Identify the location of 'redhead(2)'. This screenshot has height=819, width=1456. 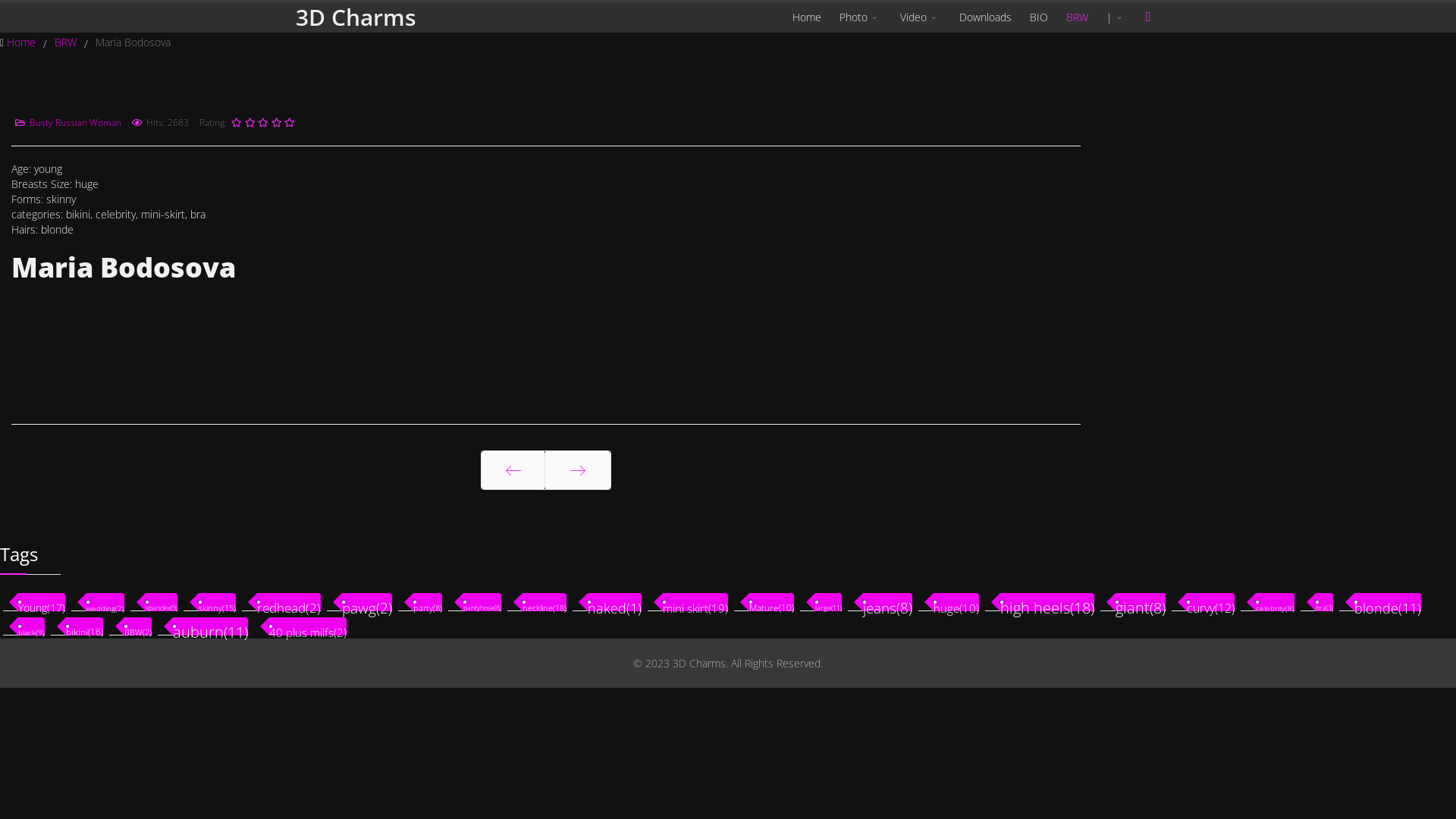
(288, 601).